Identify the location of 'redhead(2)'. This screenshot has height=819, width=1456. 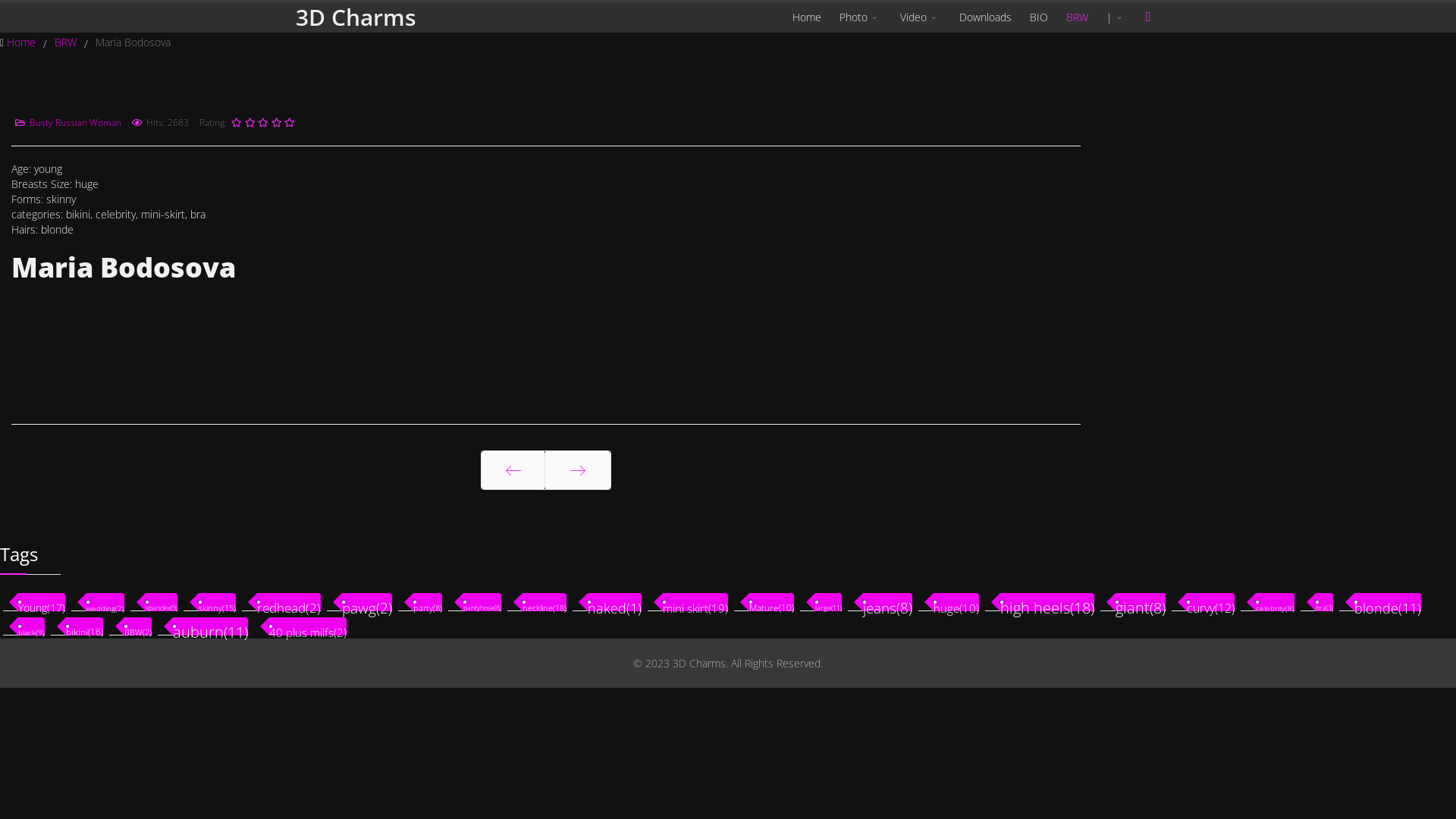
(288, 601).